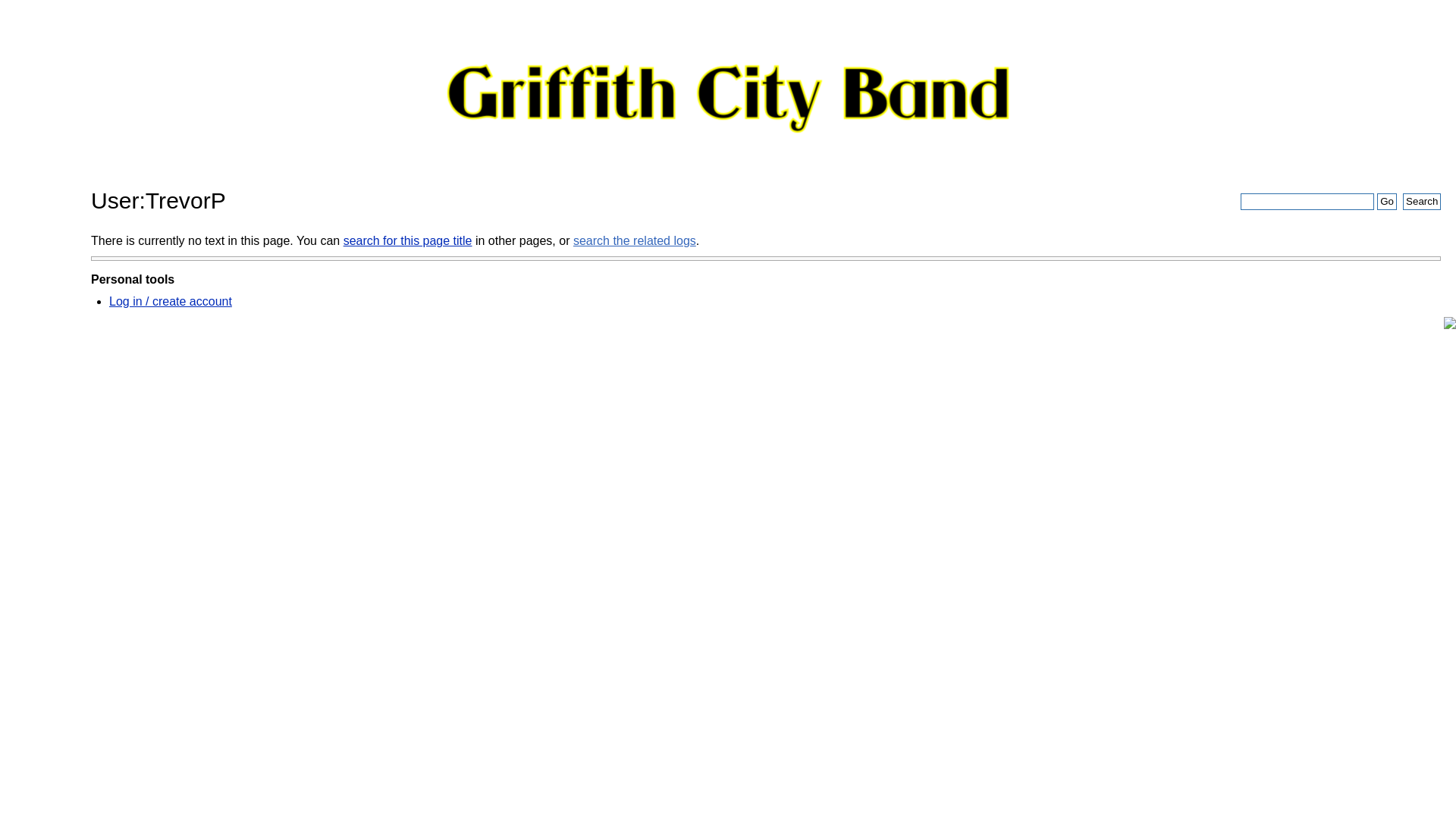 This screenshot has height=819, width=1456. Describe the element at coordinates (1306, 201) in the screenshot. I see `'Search Griffith City Band [f]'` at that location.